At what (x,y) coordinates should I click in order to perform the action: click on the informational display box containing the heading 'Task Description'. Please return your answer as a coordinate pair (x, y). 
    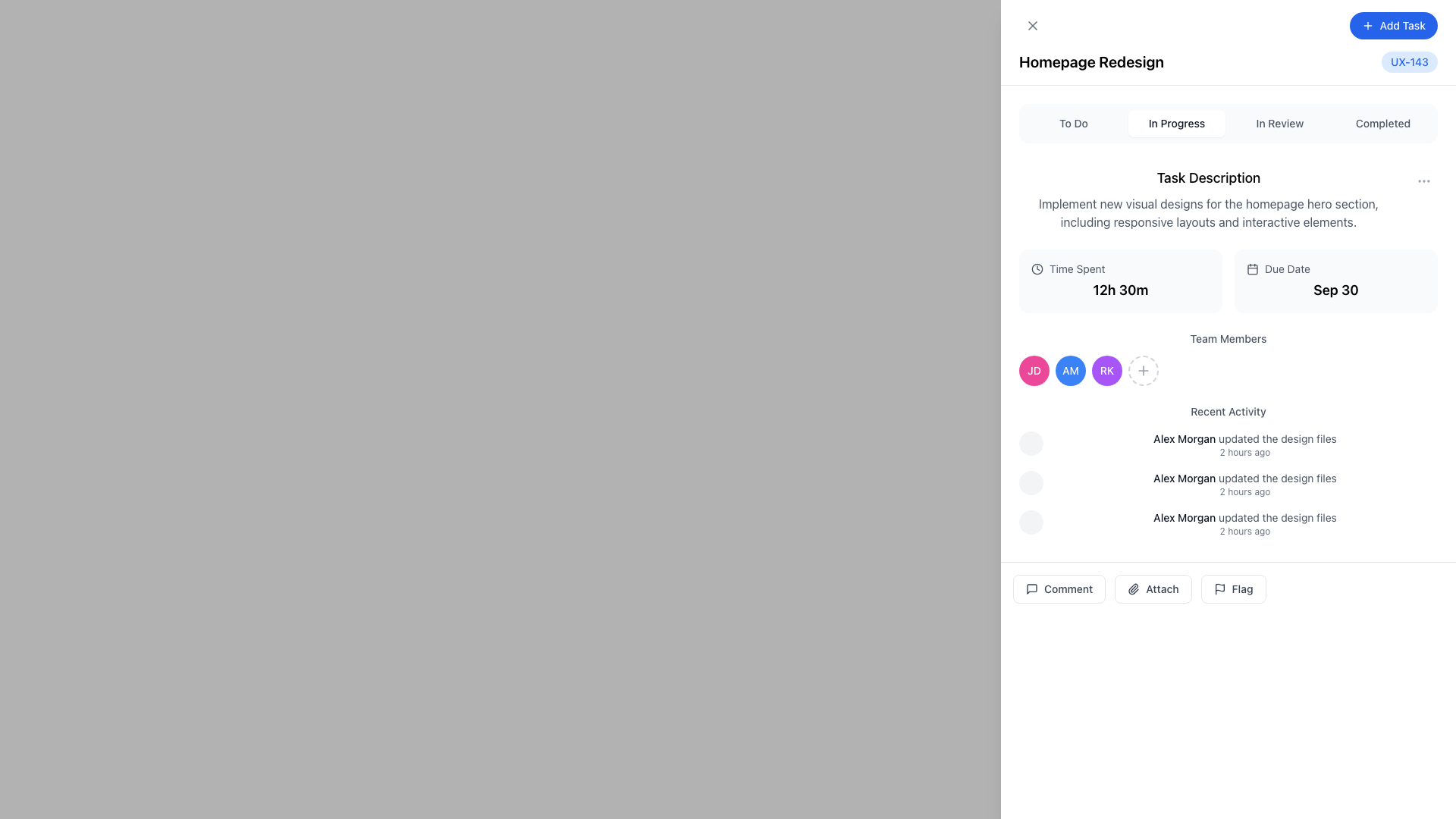
    Looking at the image, I should click on (1228, 198).